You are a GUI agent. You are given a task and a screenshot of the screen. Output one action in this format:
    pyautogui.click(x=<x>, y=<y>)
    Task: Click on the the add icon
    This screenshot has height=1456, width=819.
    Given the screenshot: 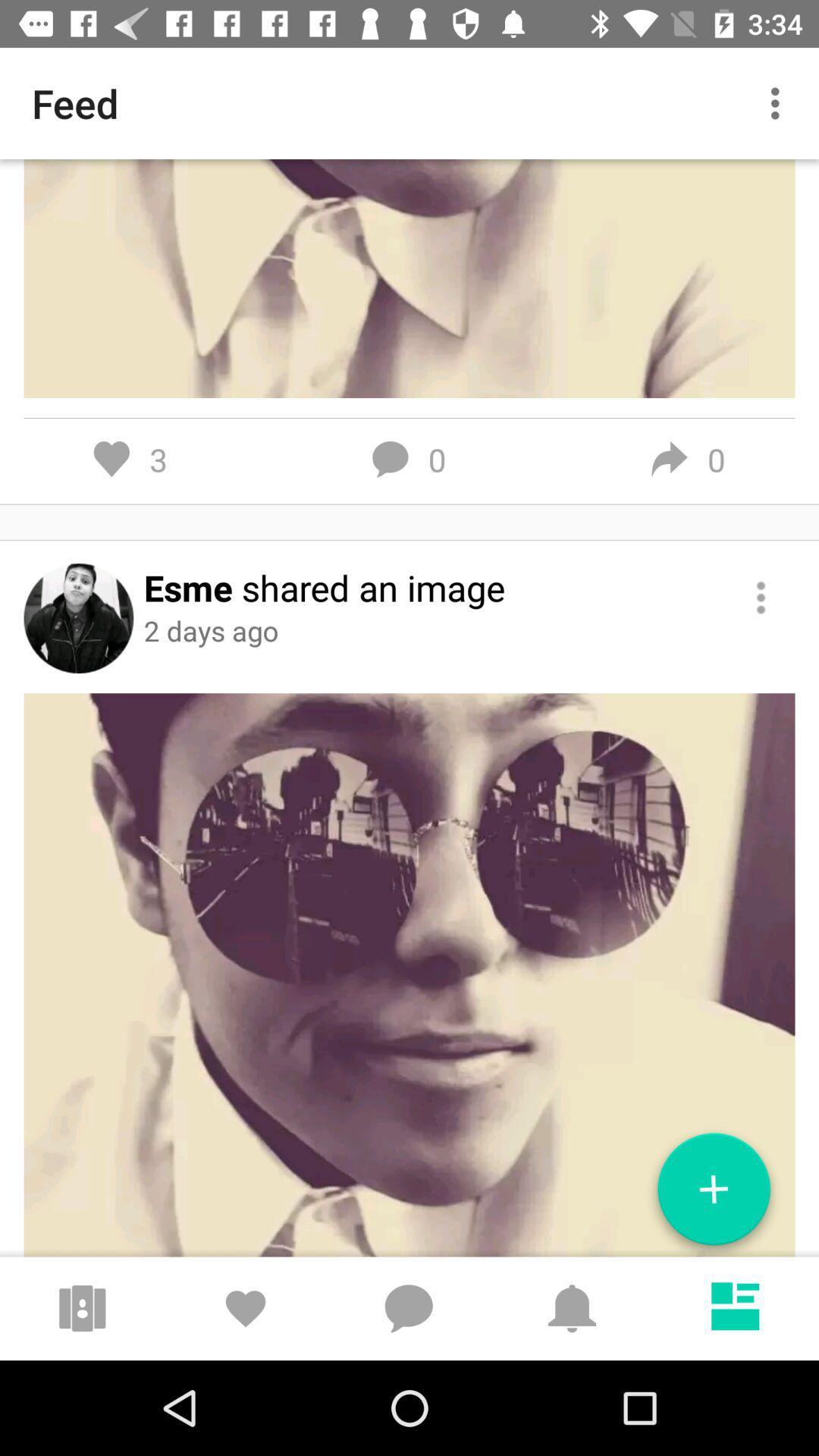 What is the action you would take?
    pyautogui.click(x=714, y=1194)
    